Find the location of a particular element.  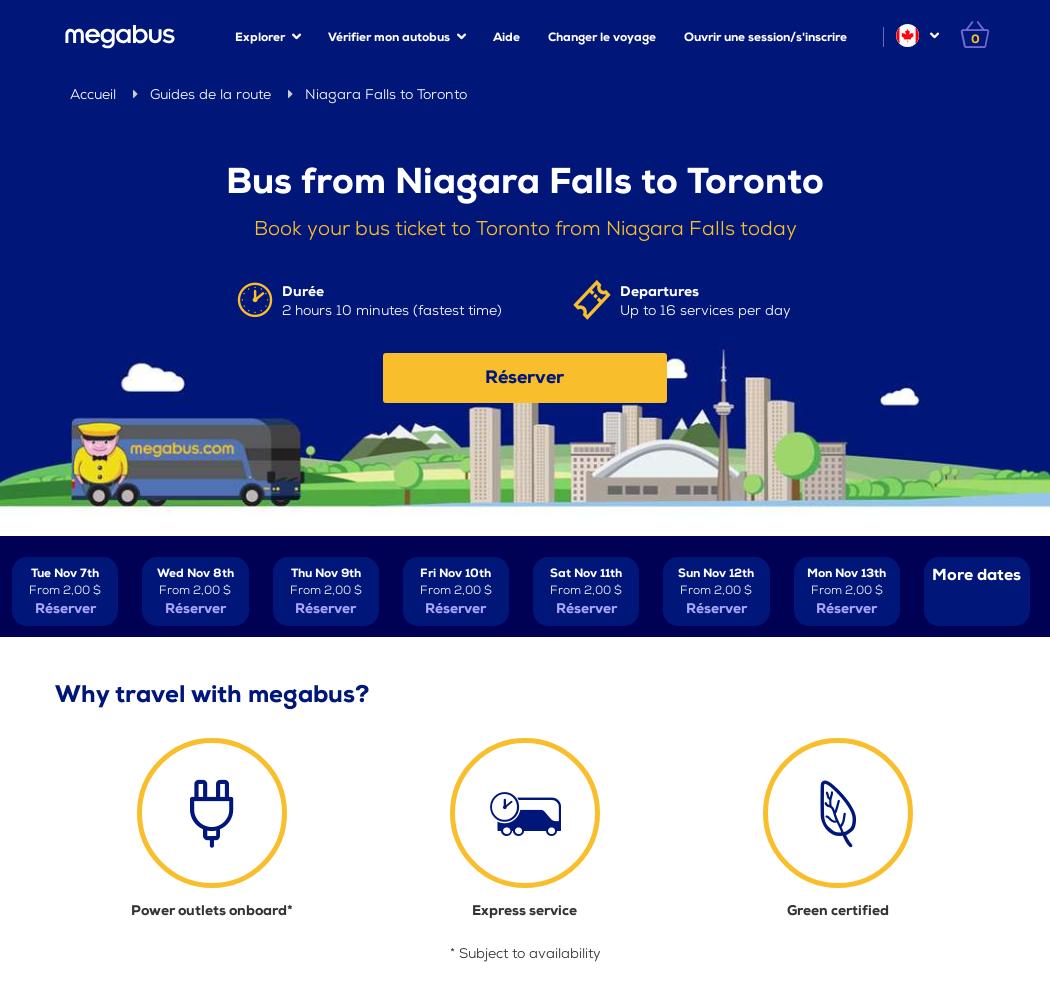

'Ouvrir une session/s'inscrire' is located at coordinates (765, 36).